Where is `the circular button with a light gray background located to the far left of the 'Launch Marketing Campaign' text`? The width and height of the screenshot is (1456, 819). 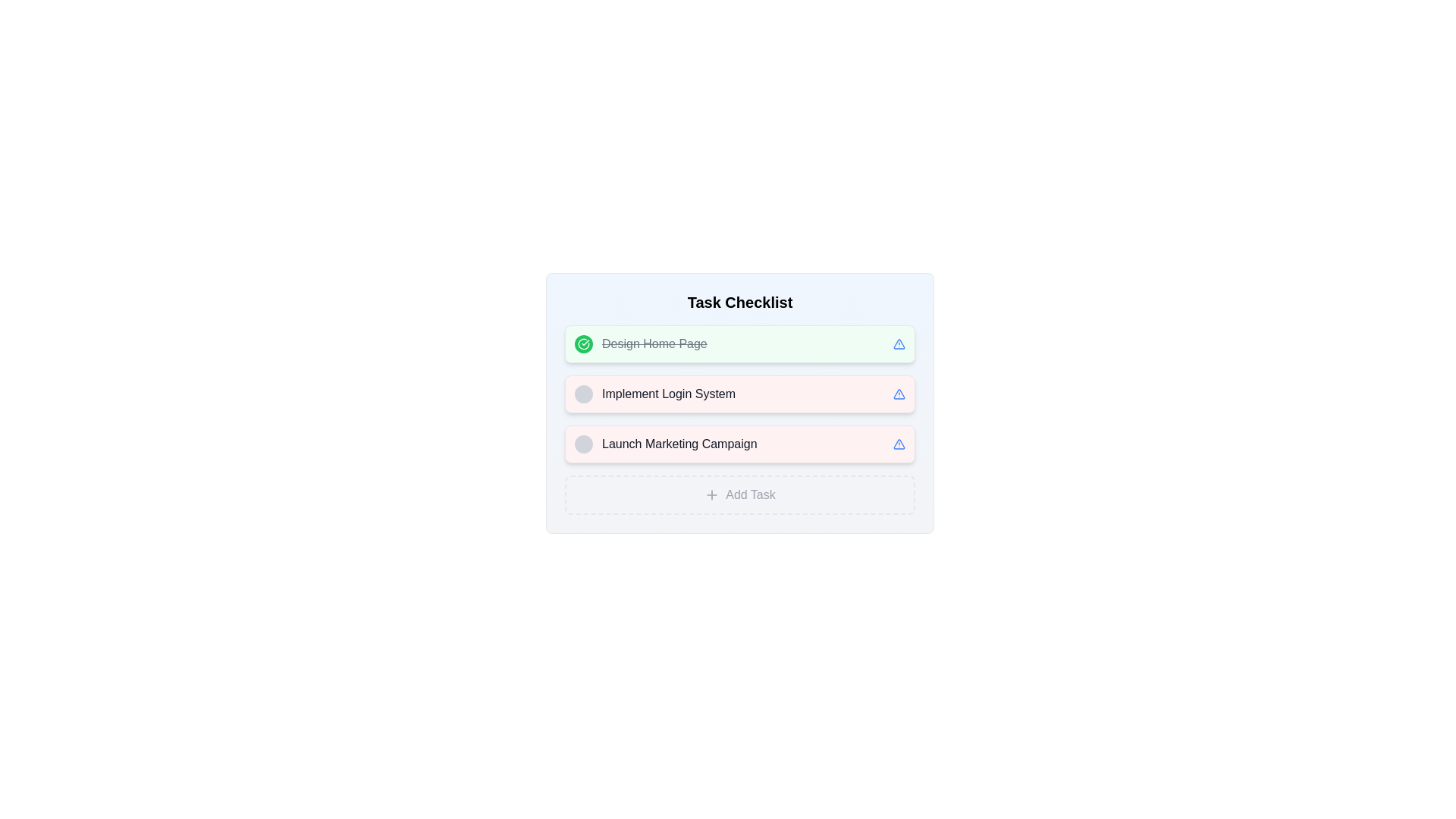
the circular button with a light gray background located to the far left of the 'Launch Marketing Campaign' text is located at coordinates (582, 444).